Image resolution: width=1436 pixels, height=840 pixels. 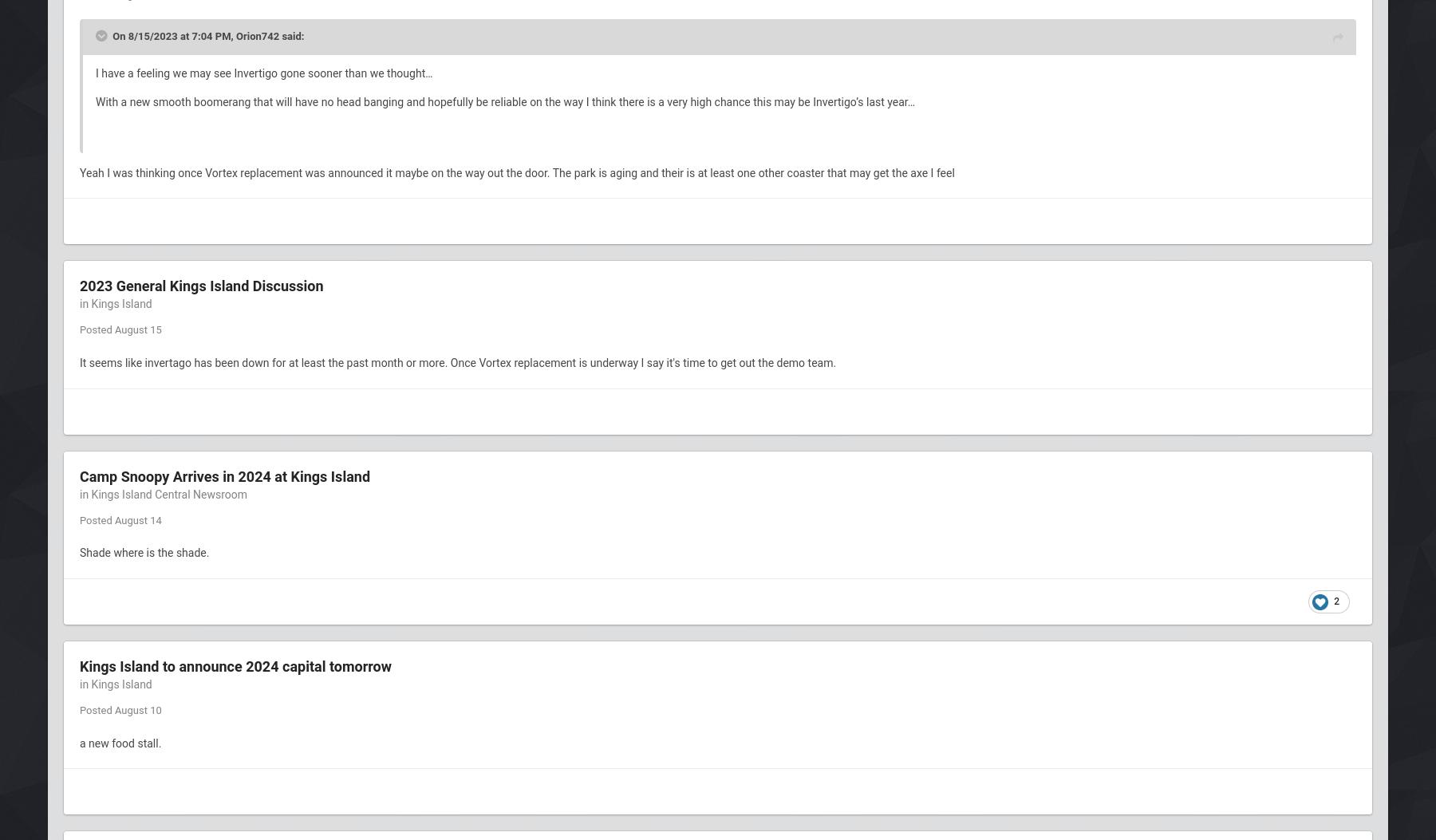 What do you see at coordinates (174, 35) in the screenshot?
I see `'On 8/15/2023 at 7:04 PM,'` at bounding box center [174, 35].